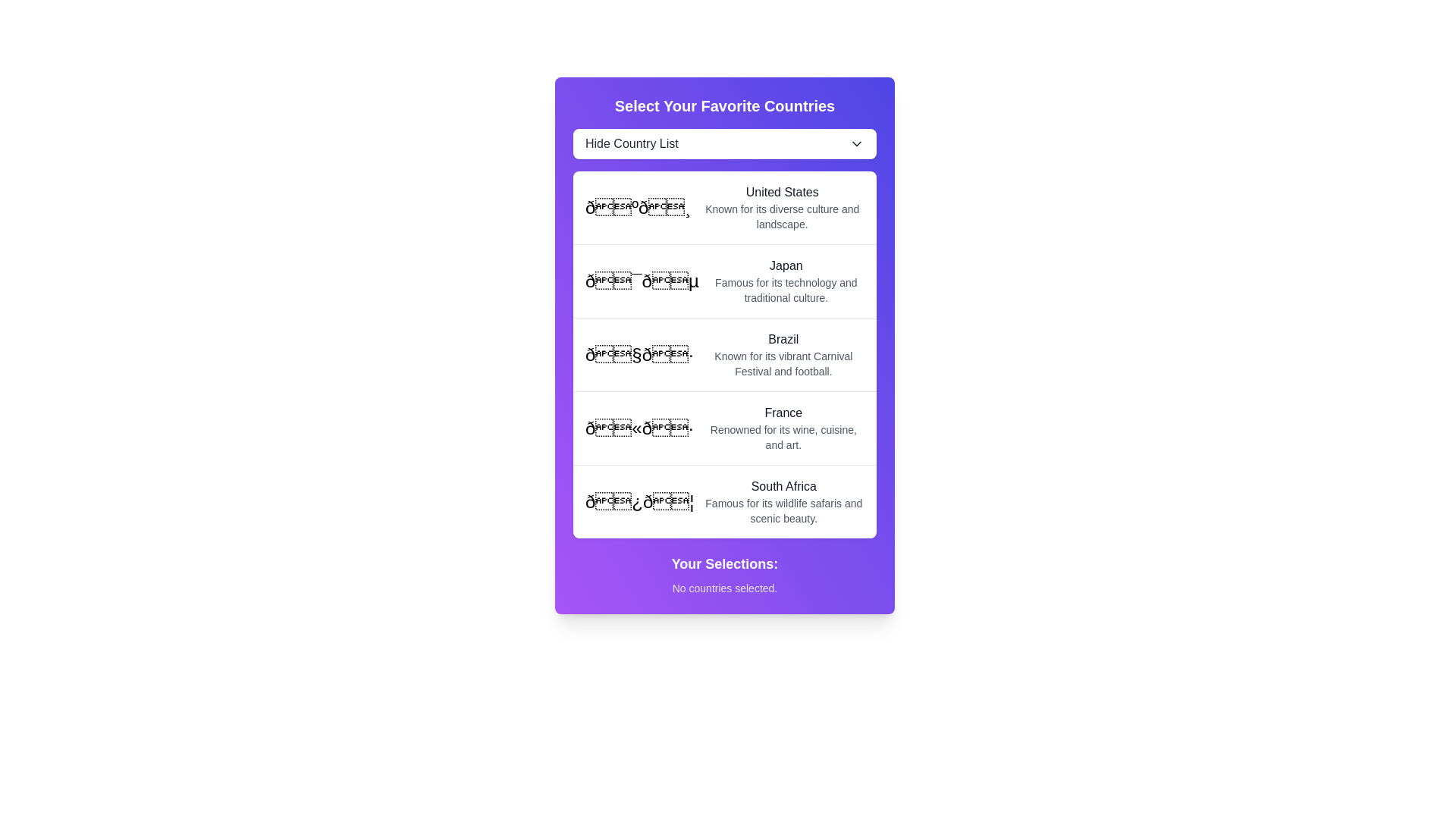 The height and width of the screenshot is (819, 1456). What do you see at coordinates (639, 502) in the screenshot?
I see `the country represented` at bounding box center [639, 502].